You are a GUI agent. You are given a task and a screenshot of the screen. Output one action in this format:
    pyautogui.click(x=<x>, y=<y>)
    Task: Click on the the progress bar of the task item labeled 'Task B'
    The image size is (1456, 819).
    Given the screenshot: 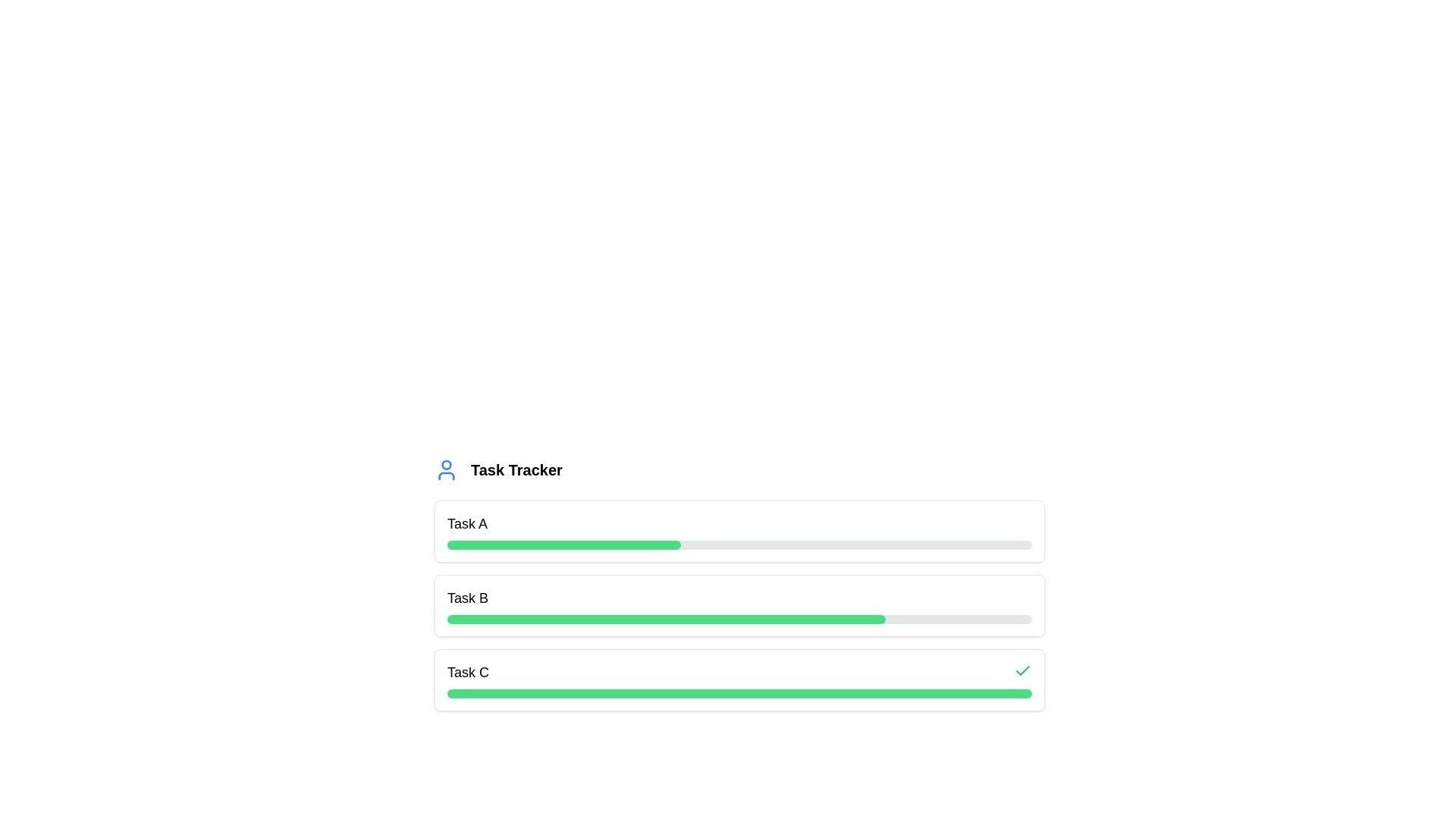 What is the action you would take?
    pyautogui.click(x=739, y=604)
    